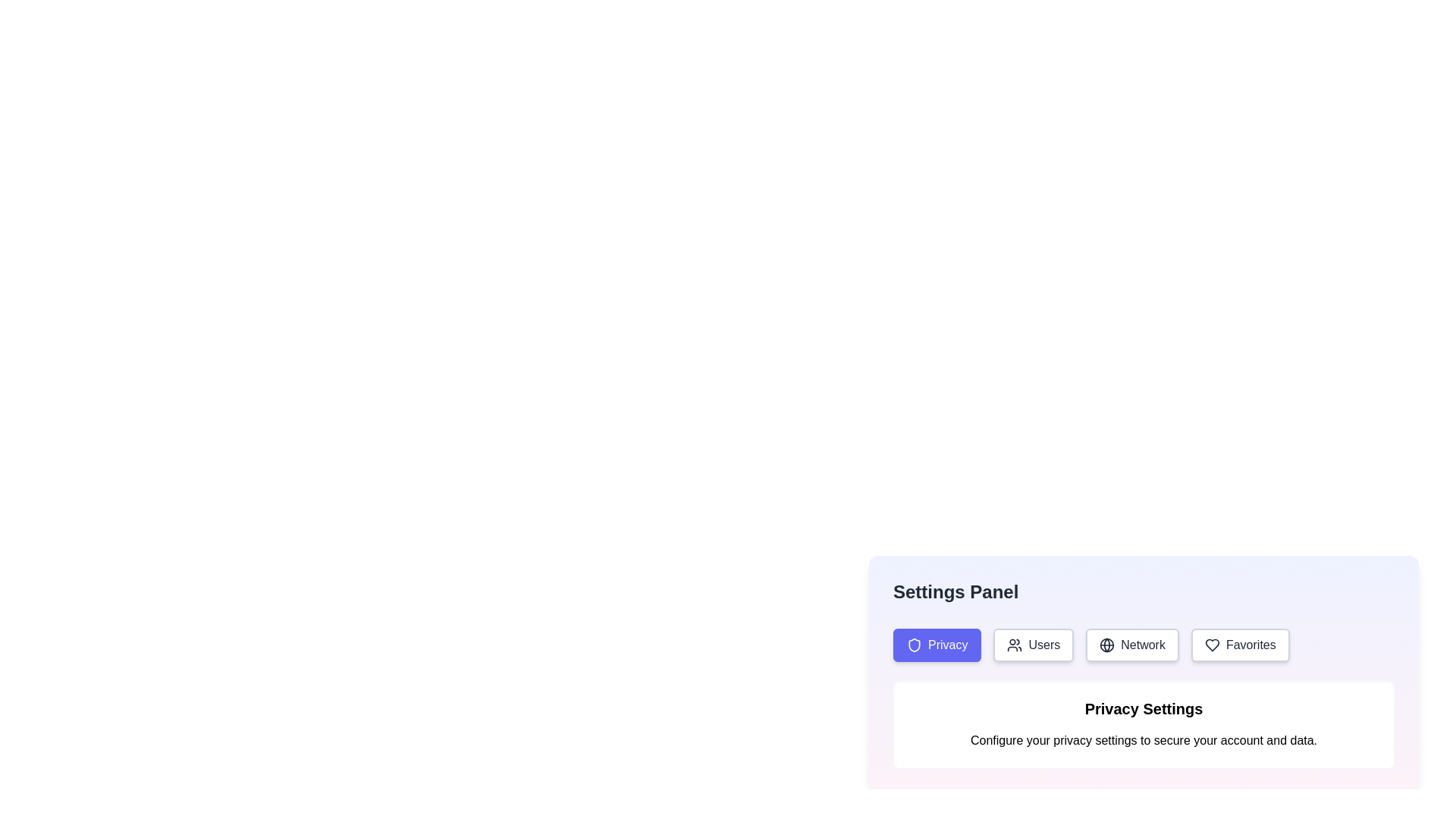 Image resolution: width=1456 pixels, height=819 pixels. I want to click on the shield-shaped icon with a blue fill and white outline located within the 'Privacy' button in the settings panel, so click(913, 645).